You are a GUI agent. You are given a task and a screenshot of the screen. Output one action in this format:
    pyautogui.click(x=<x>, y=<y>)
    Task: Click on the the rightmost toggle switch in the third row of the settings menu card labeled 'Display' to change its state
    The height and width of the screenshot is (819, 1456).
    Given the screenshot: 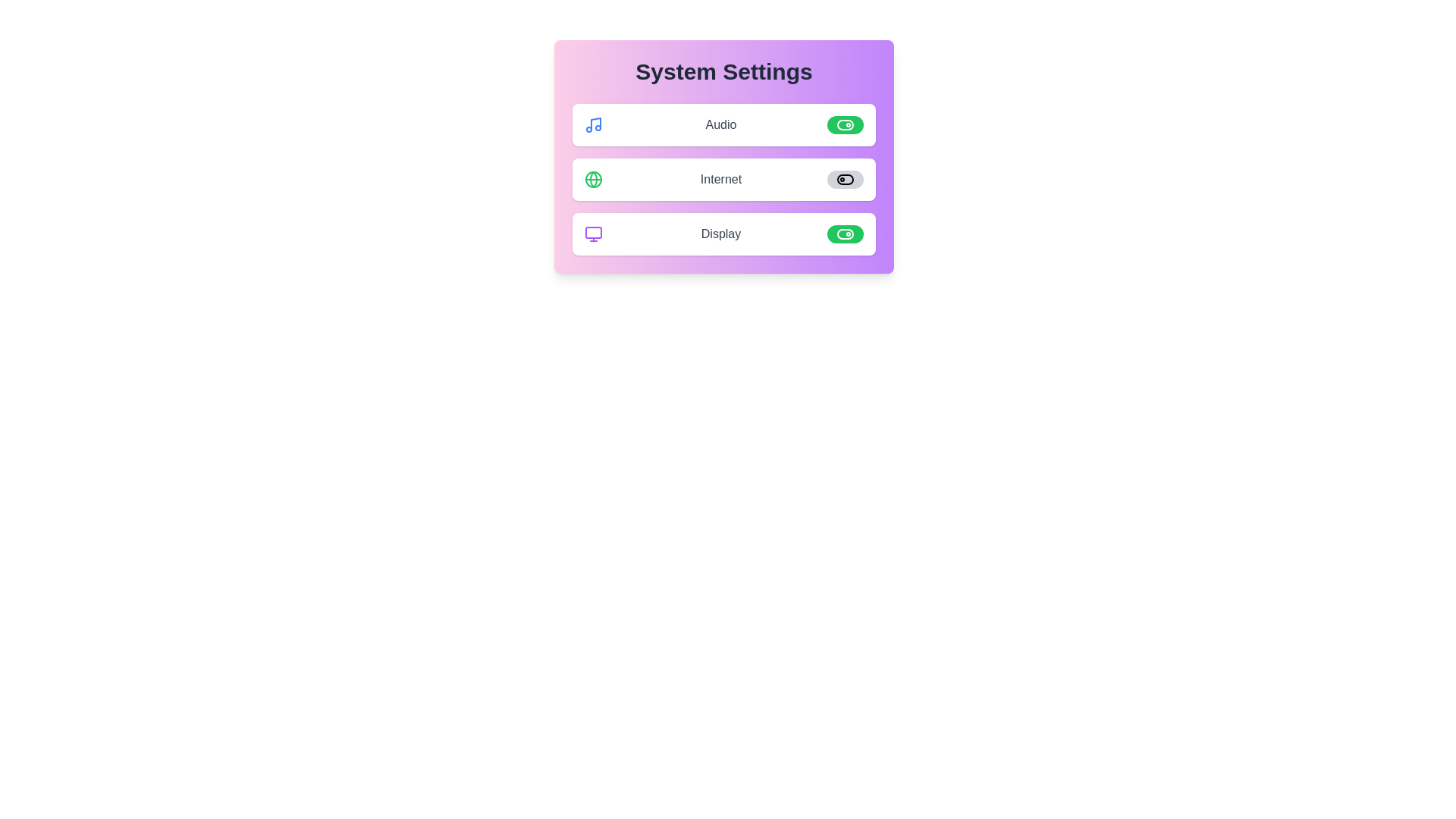 What is the action you would take?
    pyautogui.click(x=844, y=234)
    